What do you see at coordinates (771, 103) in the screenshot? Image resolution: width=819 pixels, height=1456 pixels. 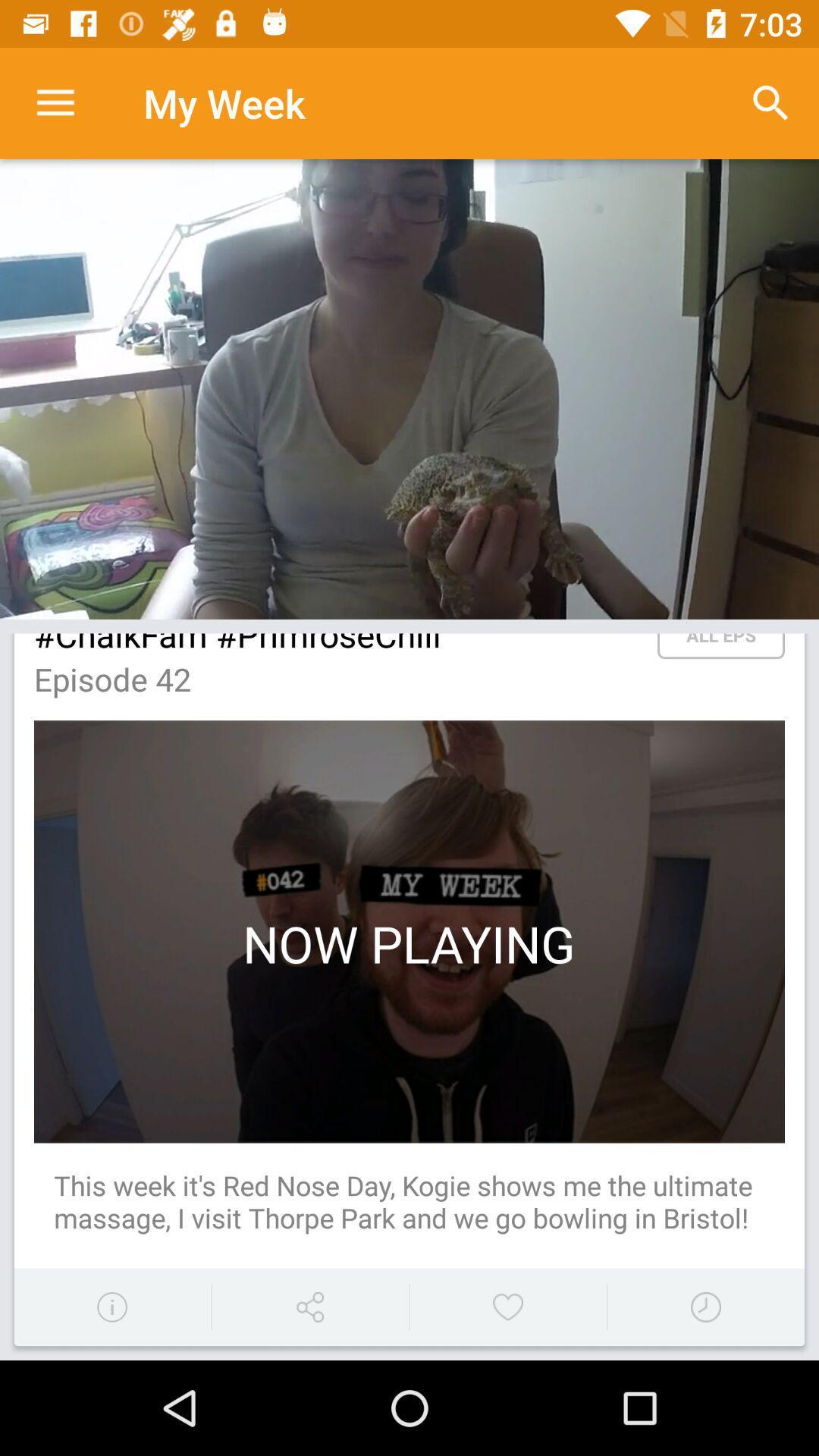 I see `search bar` at bounding box center [771, 103].